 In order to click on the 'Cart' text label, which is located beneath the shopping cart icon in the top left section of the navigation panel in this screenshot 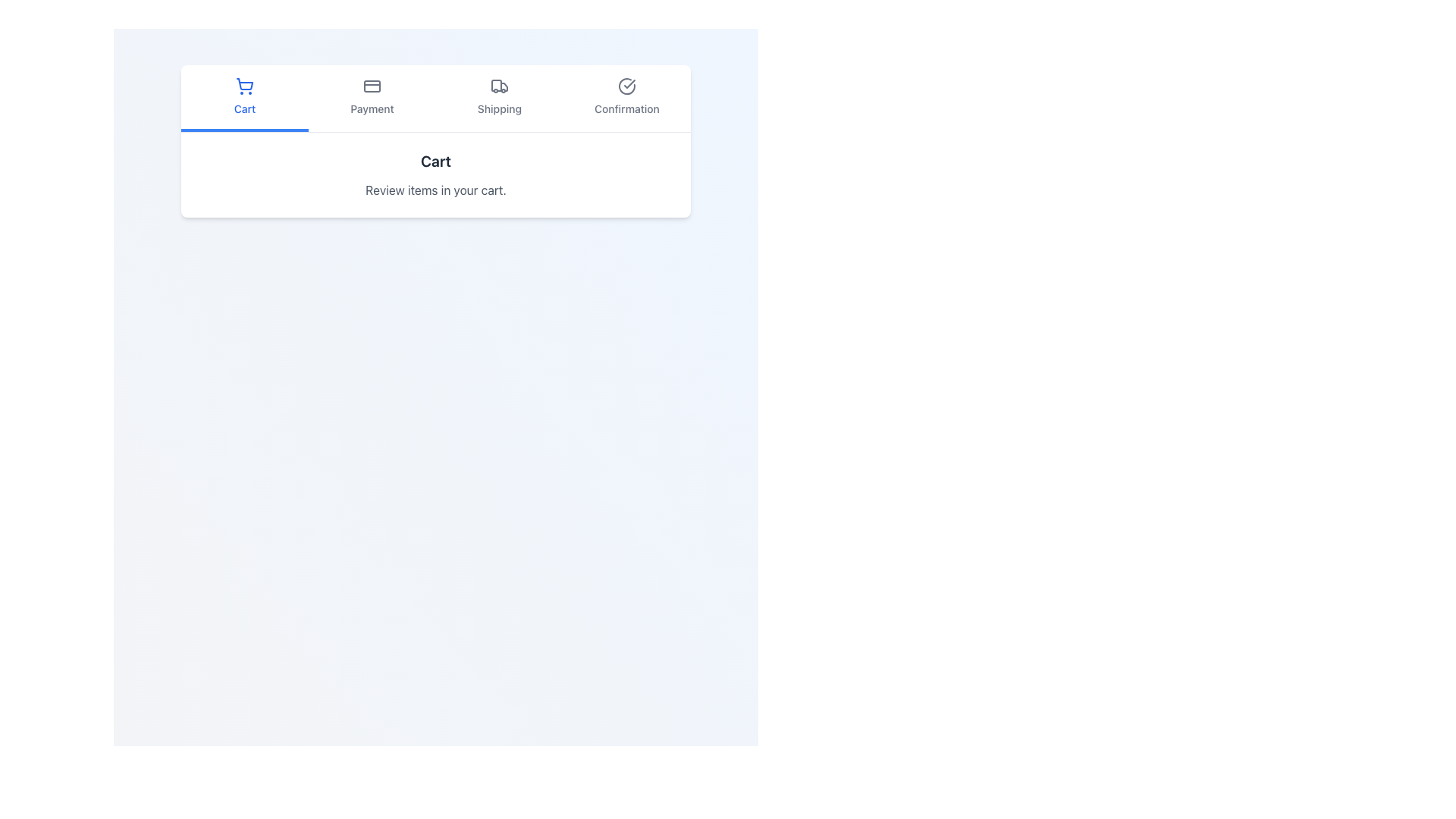, I will do `click(244, 108)`.